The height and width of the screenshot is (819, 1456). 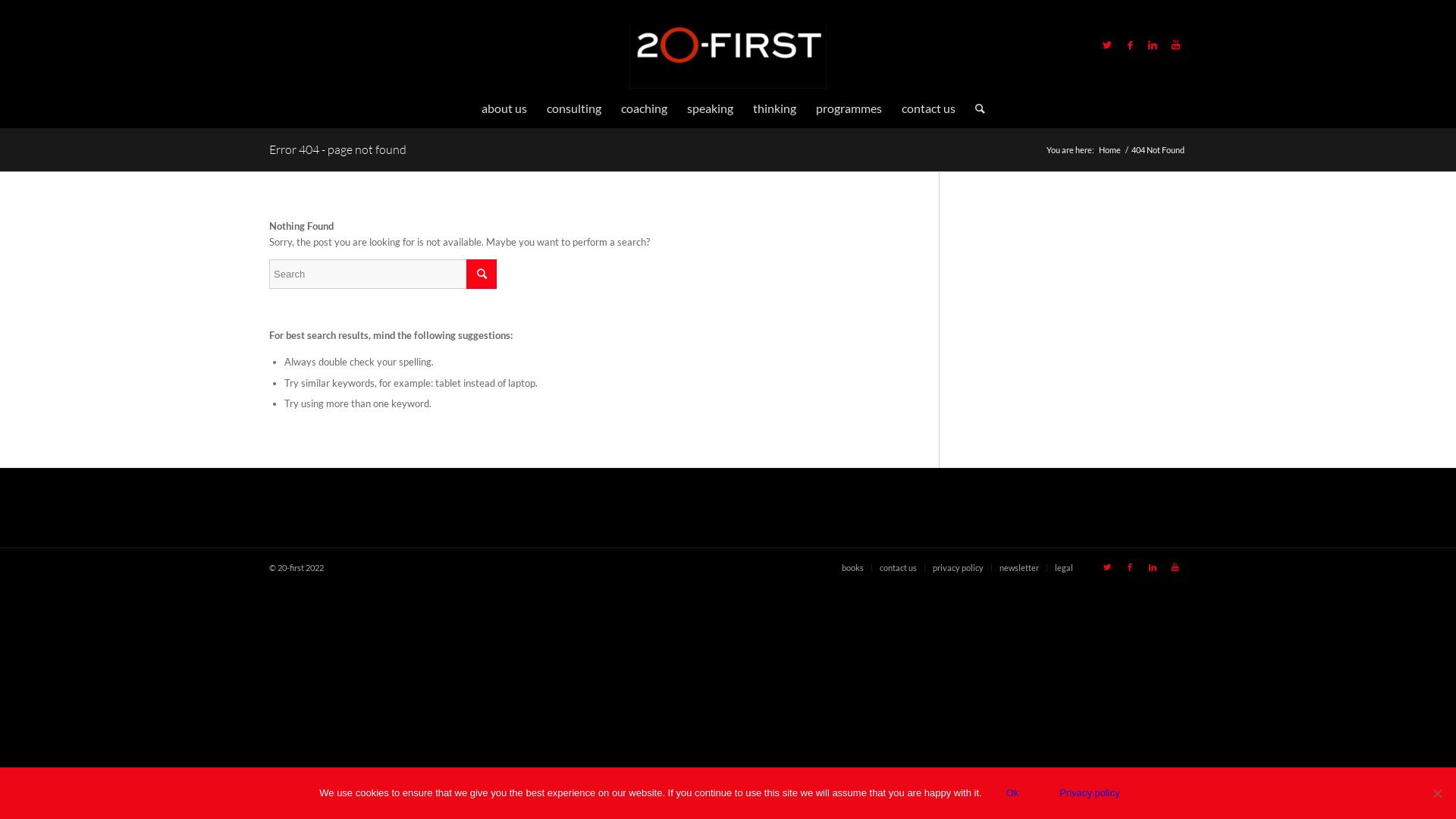 What do you see at coordinates (898, 567) in the screenshot?
I see `'contact us'` at bounding box center [898, 567].